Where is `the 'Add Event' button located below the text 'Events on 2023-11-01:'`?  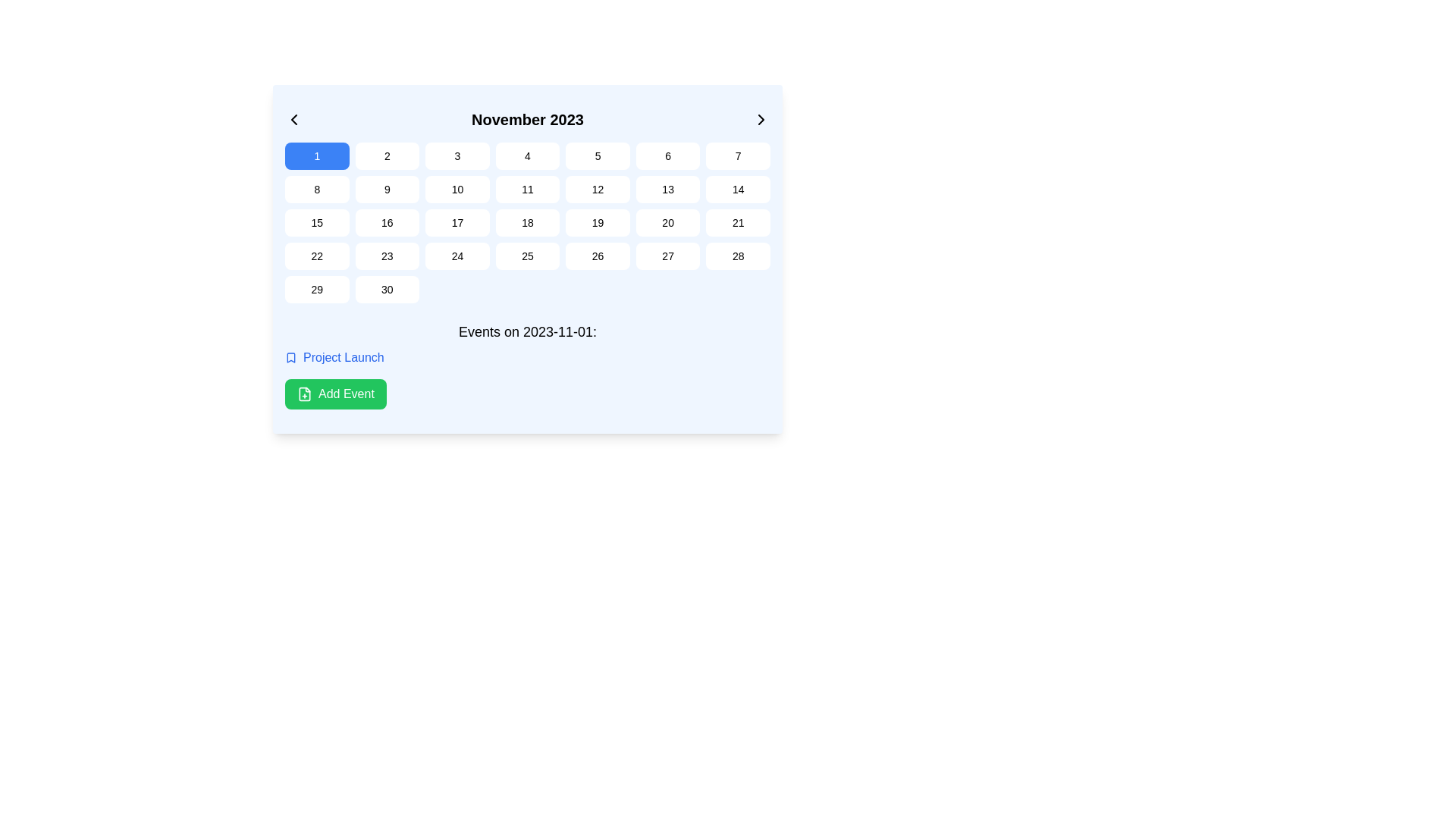 the 'Add Event' button located below the text 'Events on 2023-11-01:' is located at coordinates (334, 394).